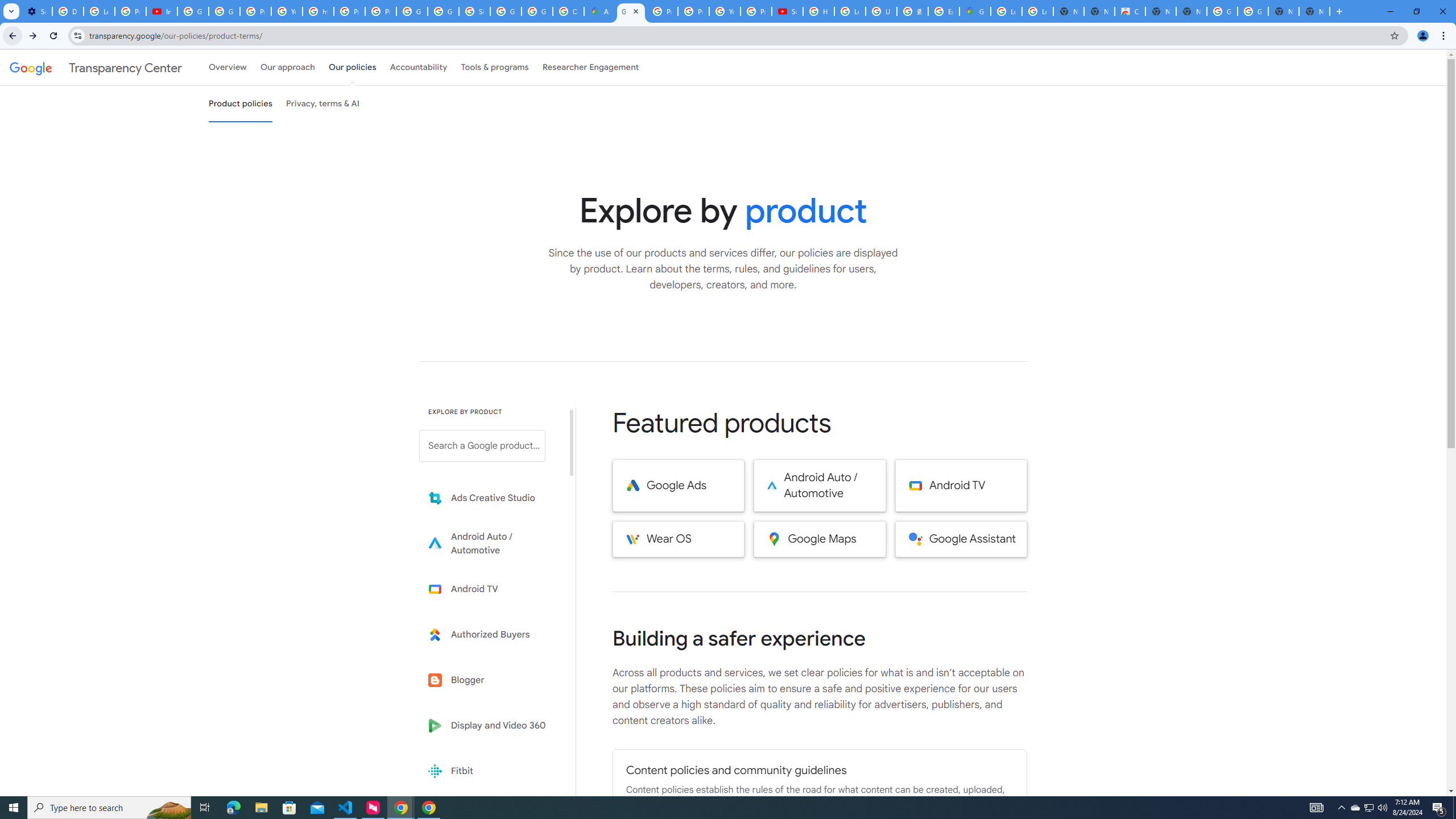 The image size is (1456, 819). Describe the element at coordinates (1252, 11) in the screenshot. I see `'Google Images'` at that location.